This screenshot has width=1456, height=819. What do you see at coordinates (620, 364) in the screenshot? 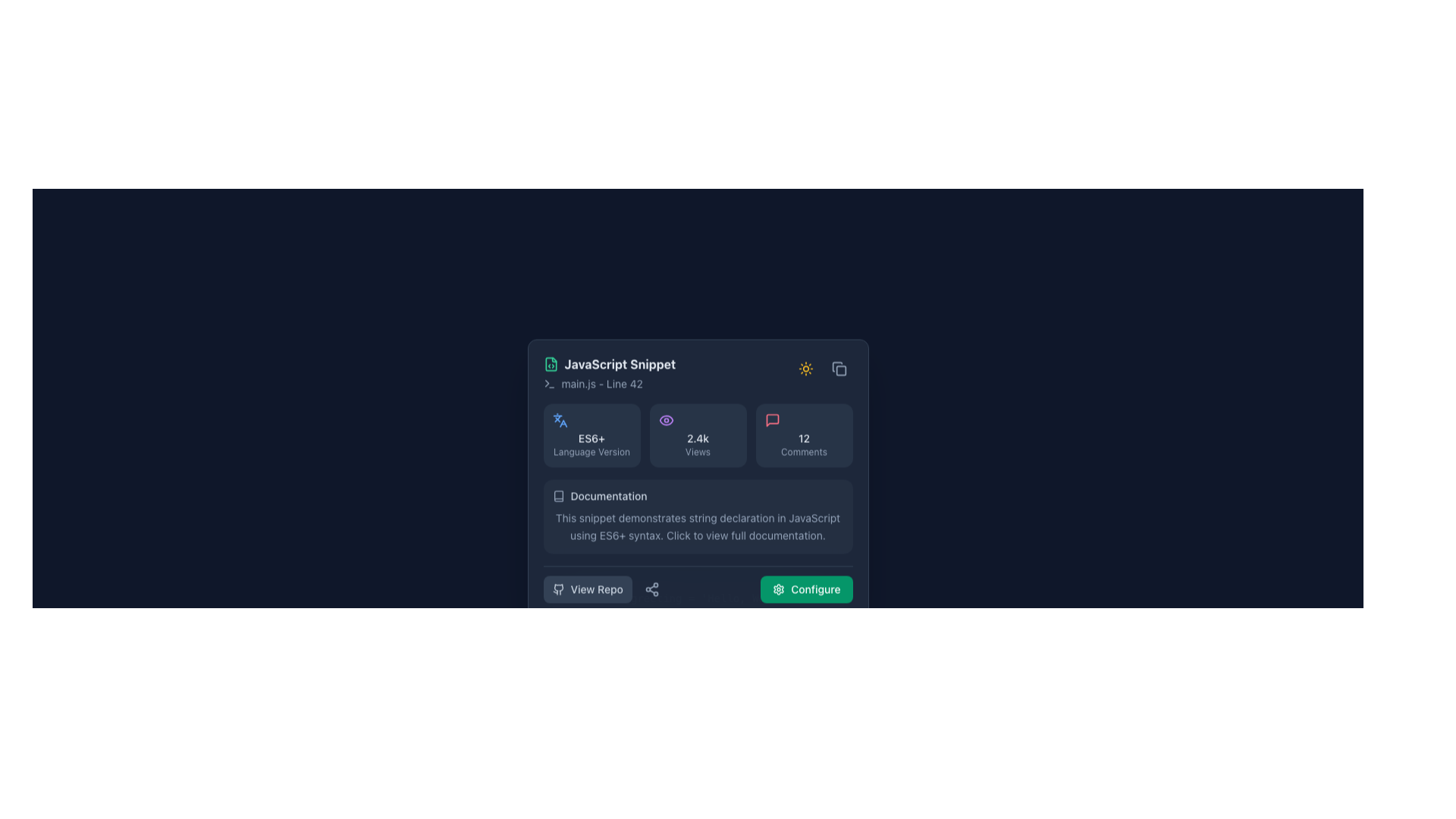
I see `bold-styled text label displaying 'JavaScript Snippet' in light gray located at the top section of a card component for its textual content` at bounding box center [620, 364].